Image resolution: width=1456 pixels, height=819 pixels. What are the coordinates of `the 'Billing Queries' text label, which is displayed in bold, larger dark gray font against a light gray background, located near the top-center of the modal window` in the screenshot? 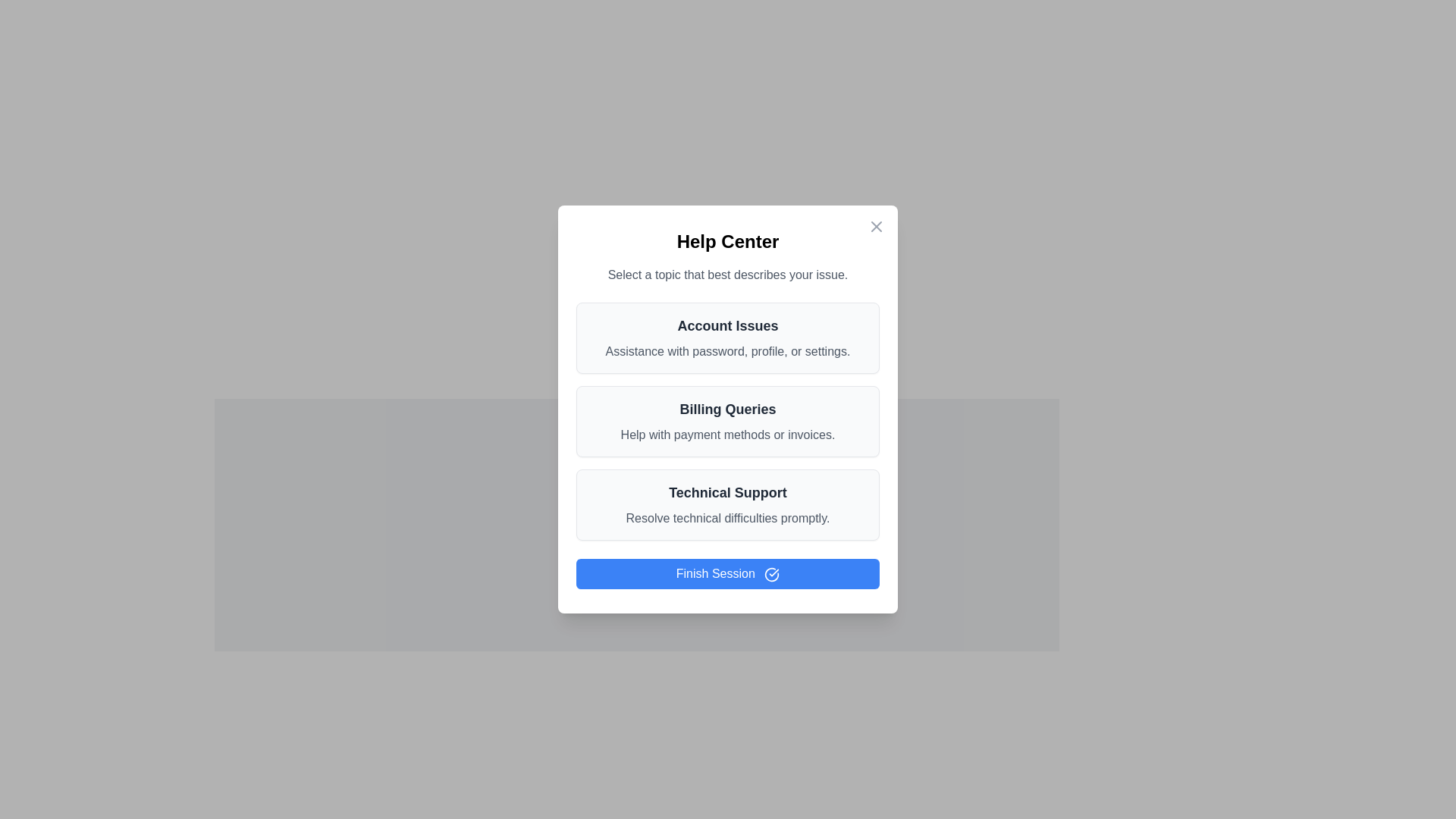 It's located at (728, 409).